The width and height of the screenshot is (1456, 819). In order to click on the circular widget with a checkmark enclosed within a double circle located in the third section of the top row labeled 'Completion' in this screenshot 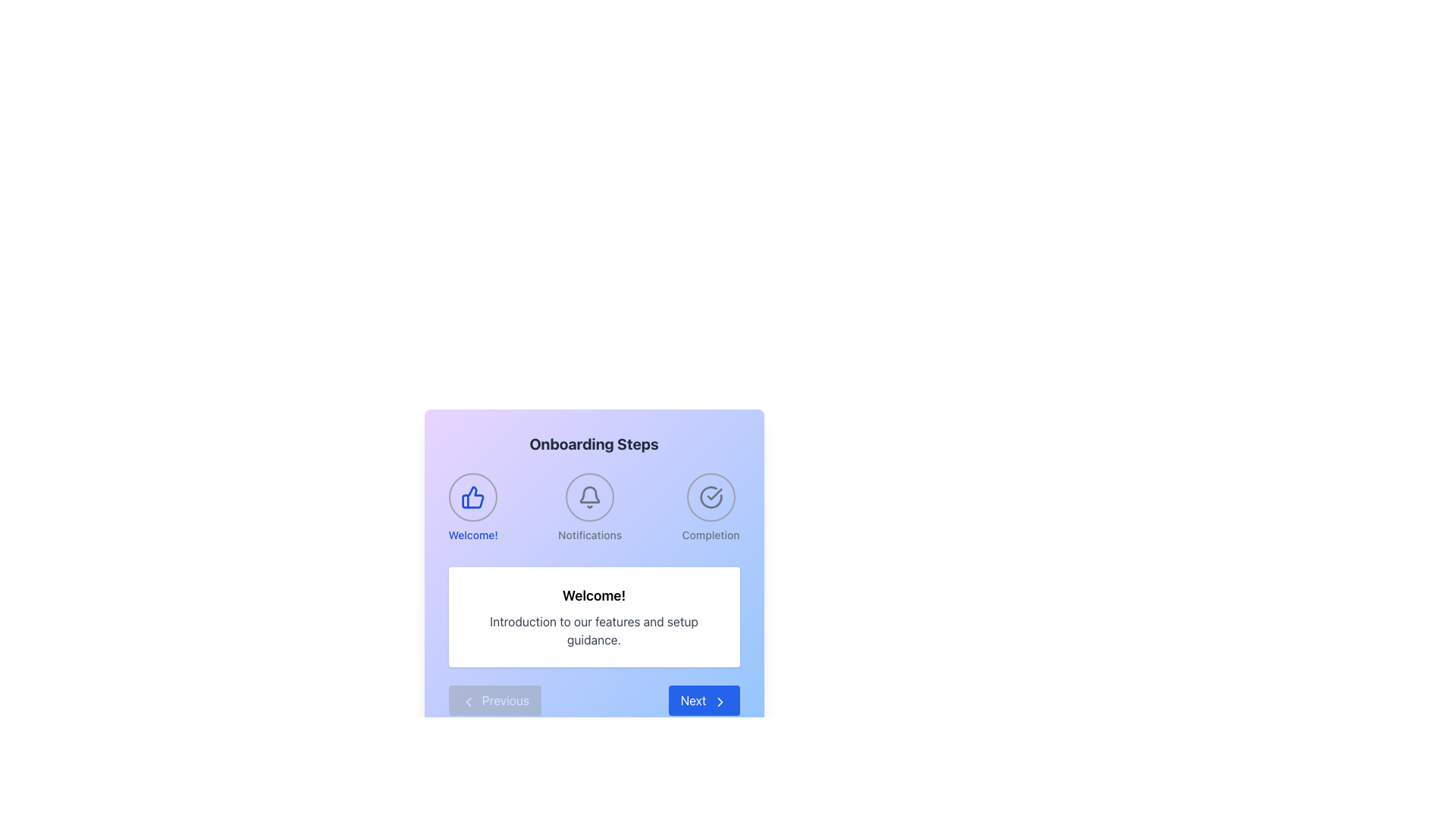, I will do `click(710, 497)`.